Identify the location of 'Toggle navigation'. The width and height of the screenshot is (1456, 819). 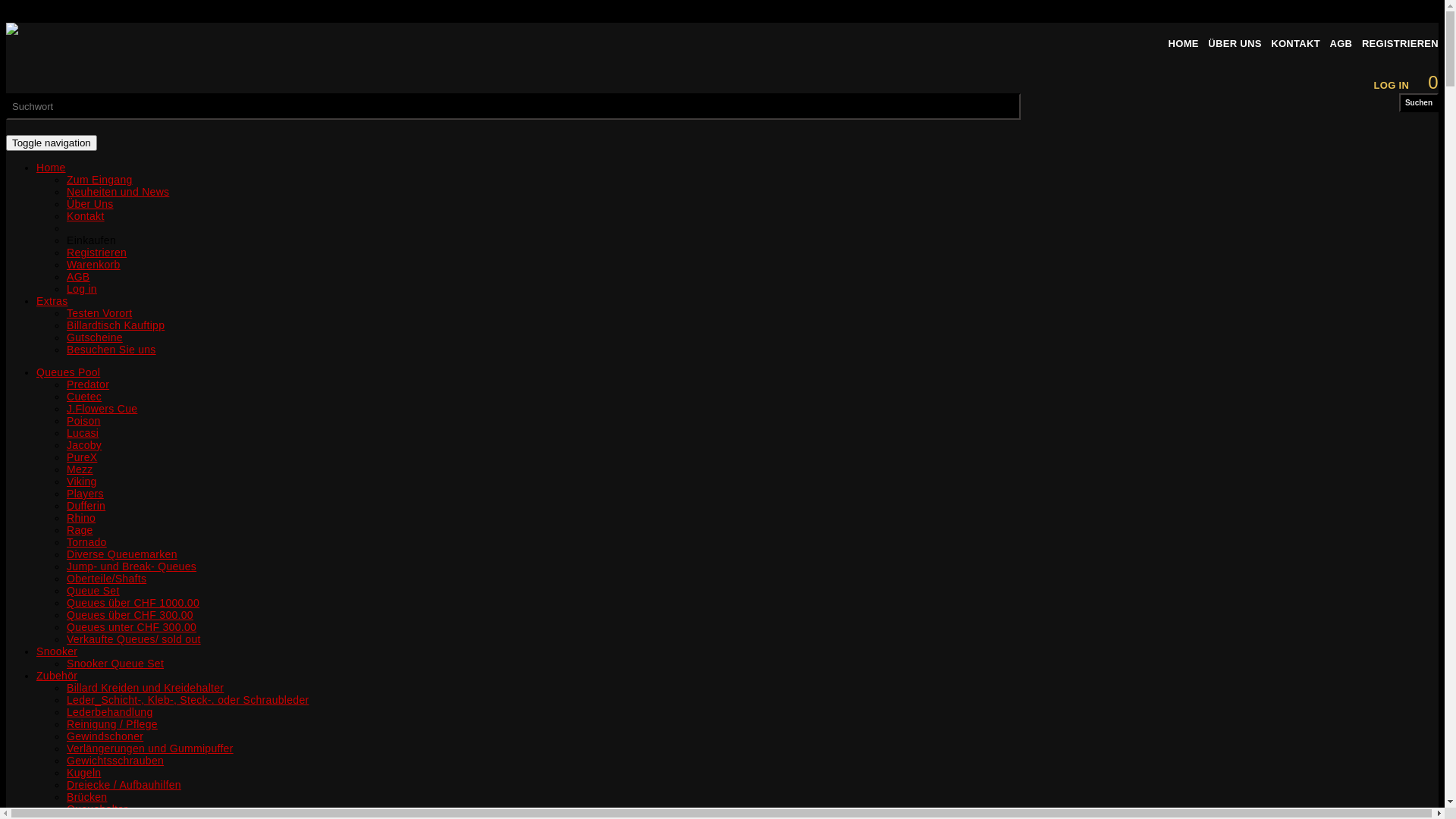
(51, 143).